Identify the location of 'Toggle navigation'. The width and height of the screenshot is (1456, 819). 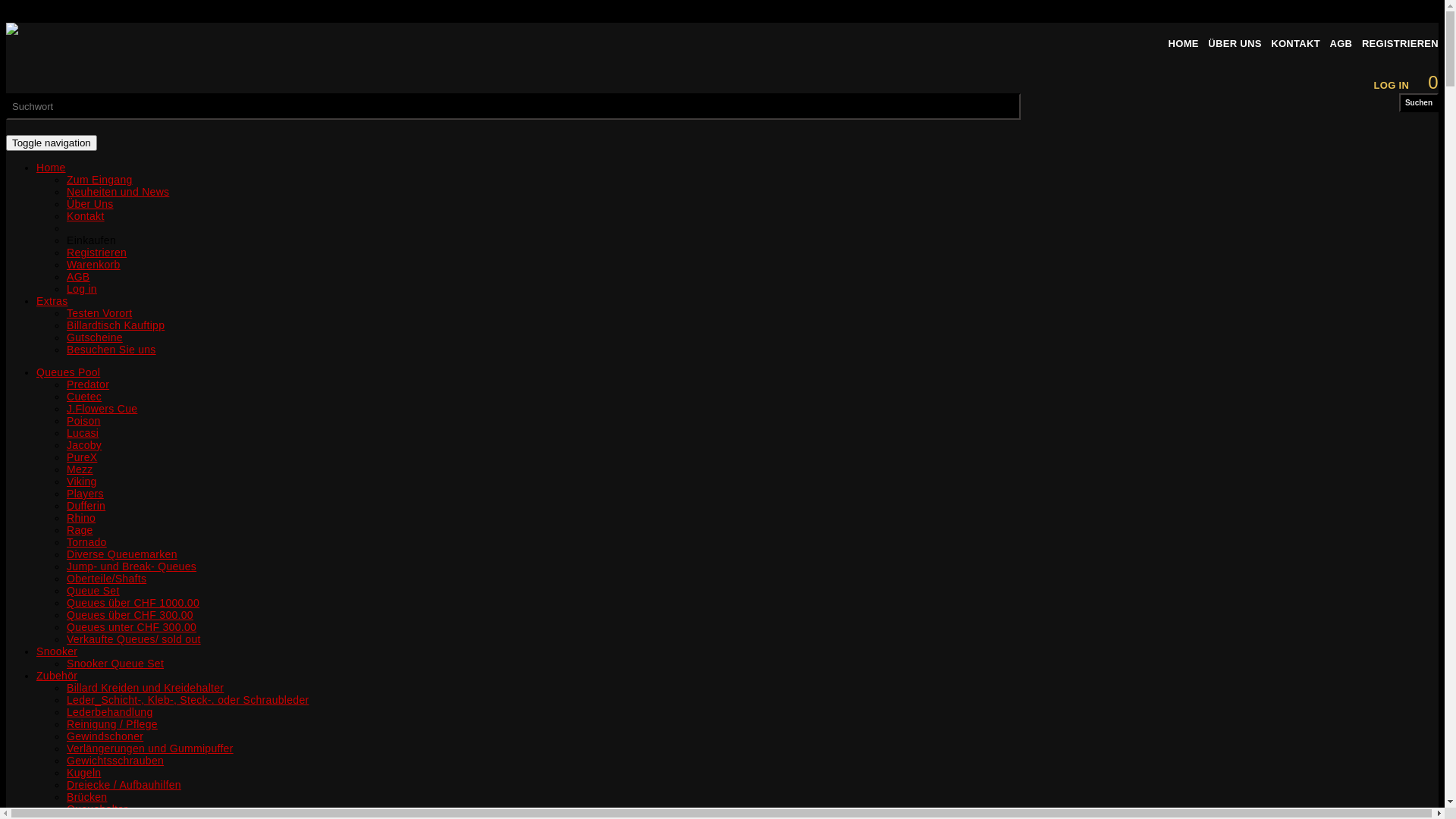
(51, 143).